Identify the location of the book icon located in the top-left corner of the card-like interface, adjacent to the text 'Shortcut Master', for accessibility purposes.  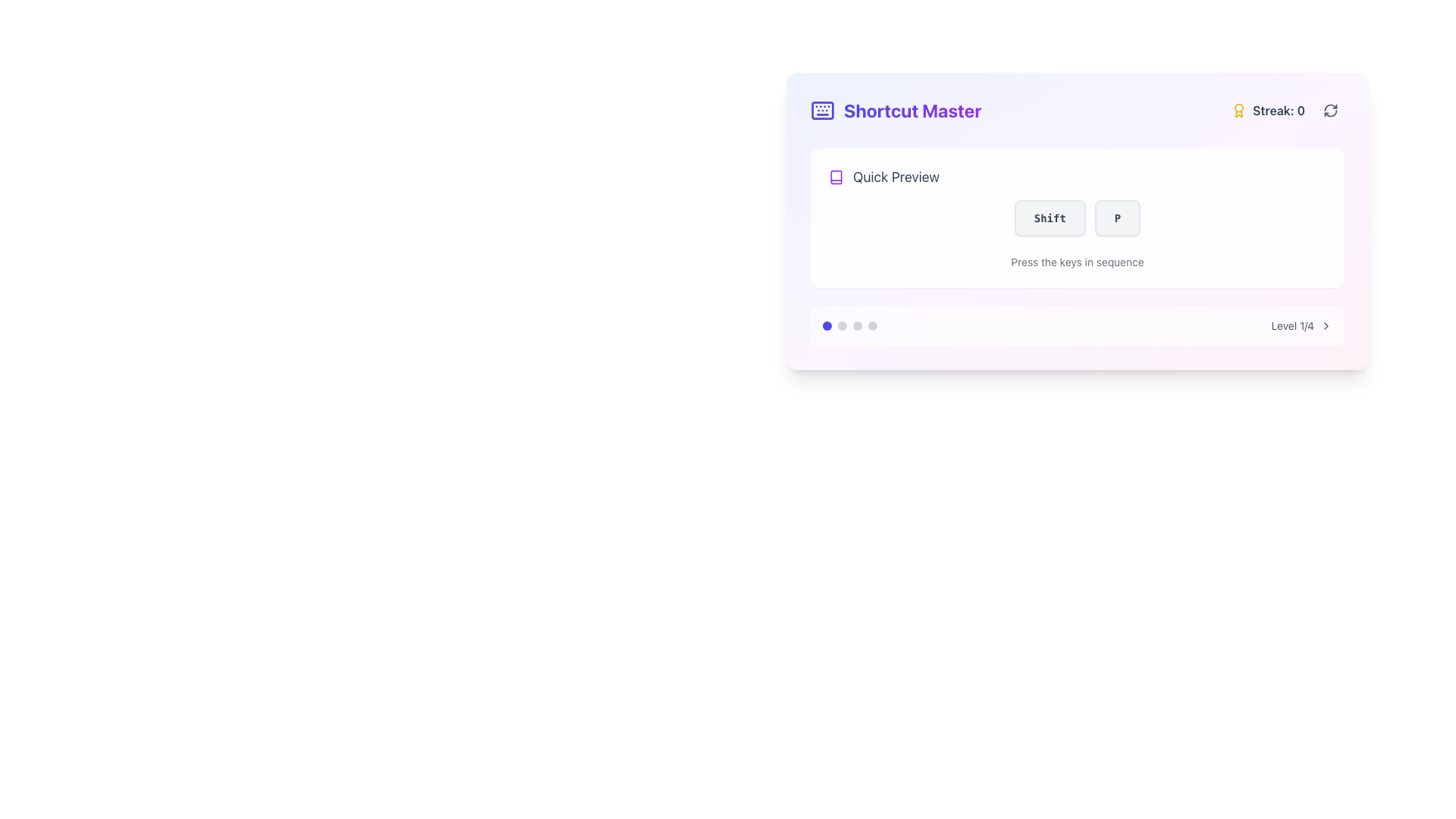
(836, 177).